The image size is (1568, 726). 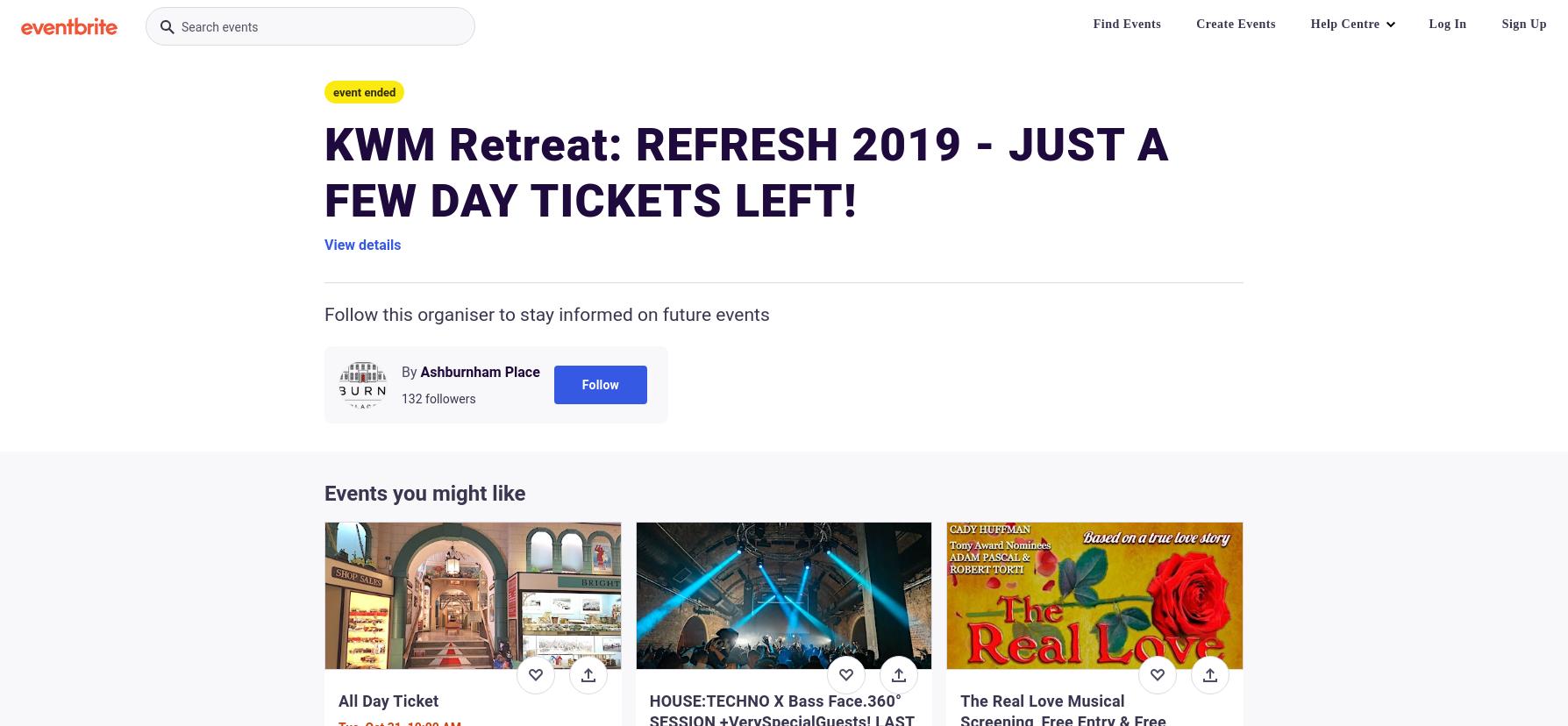 What do you see at coordinates (1235, 24) in the screenshot?
I see `'Create Events'` at bounding box center [1235, 24].